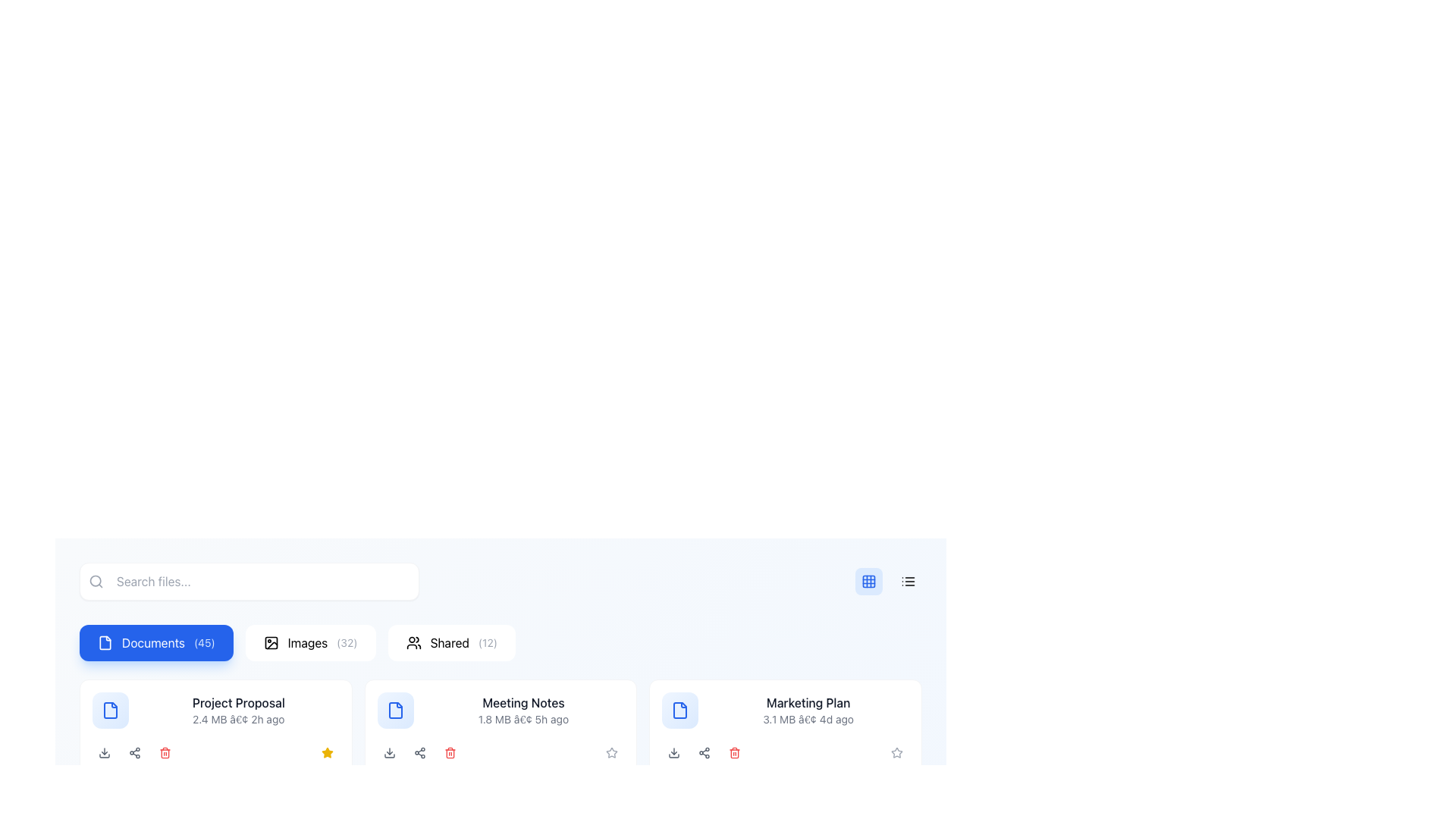 This screenshot has width=1456, height=819. I want to click on the gray share icon, which is the second icon from the left in a row of three icons below the document card, so click(134, 752).